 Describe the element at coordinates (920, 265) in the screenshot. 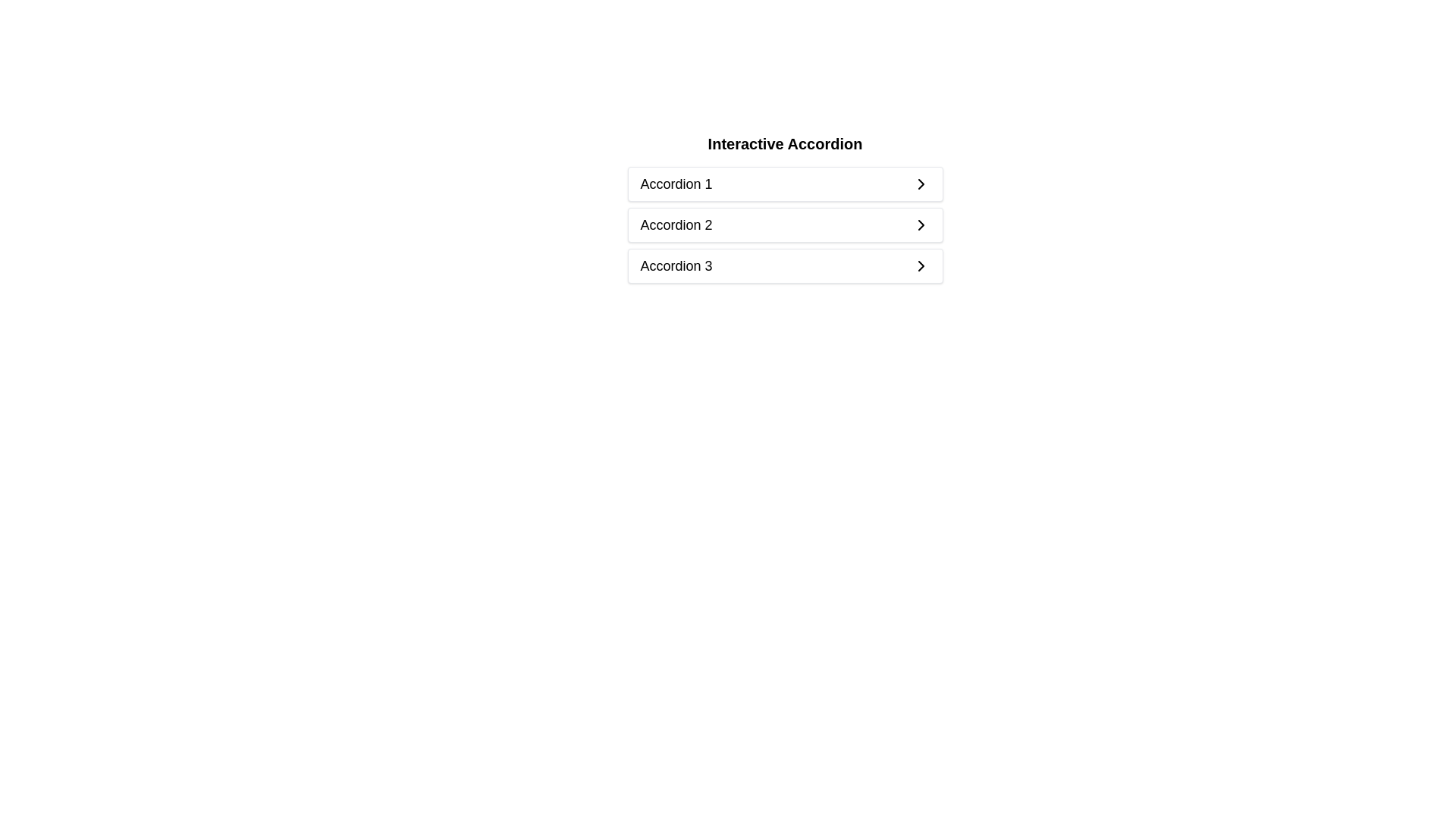

I see `the small right-pointing chevron icon button located at the far right of the 'Accordion 3' text` at that location.